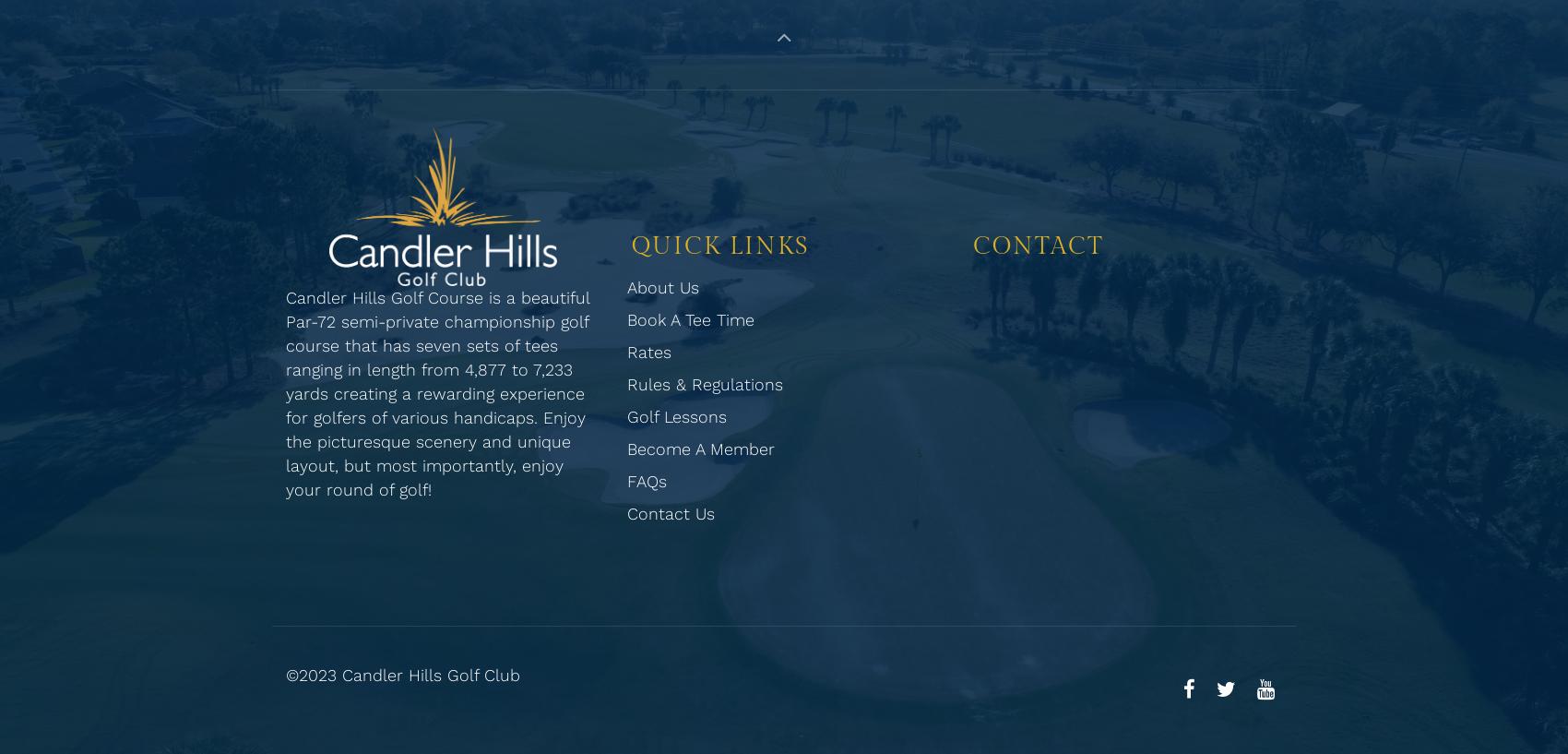  I want to click on 'Golf Lessons', so click(677, 415).